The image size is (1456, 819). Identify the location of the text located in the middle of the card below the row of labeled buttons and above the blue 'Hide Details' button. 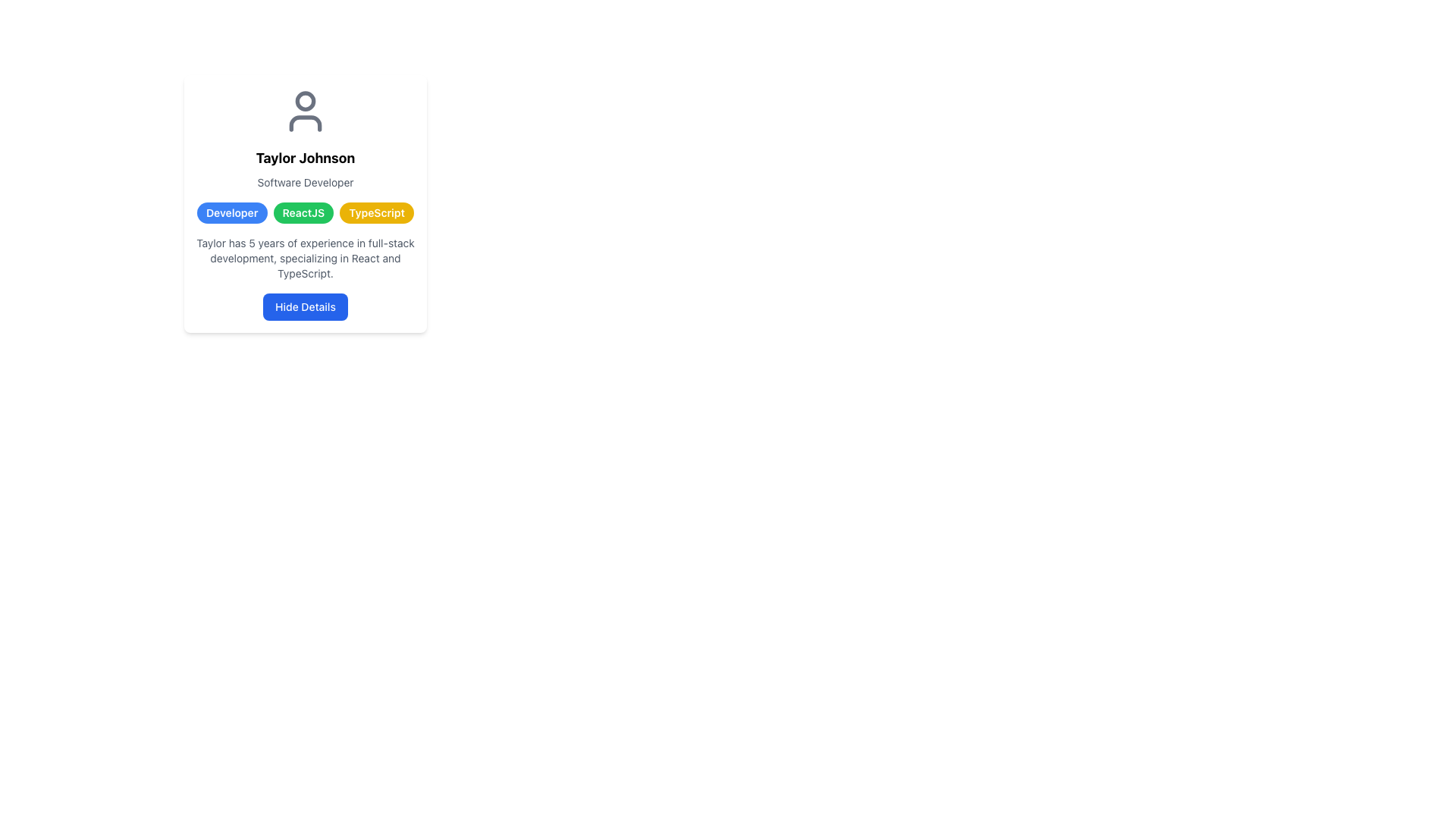
(305, 257).